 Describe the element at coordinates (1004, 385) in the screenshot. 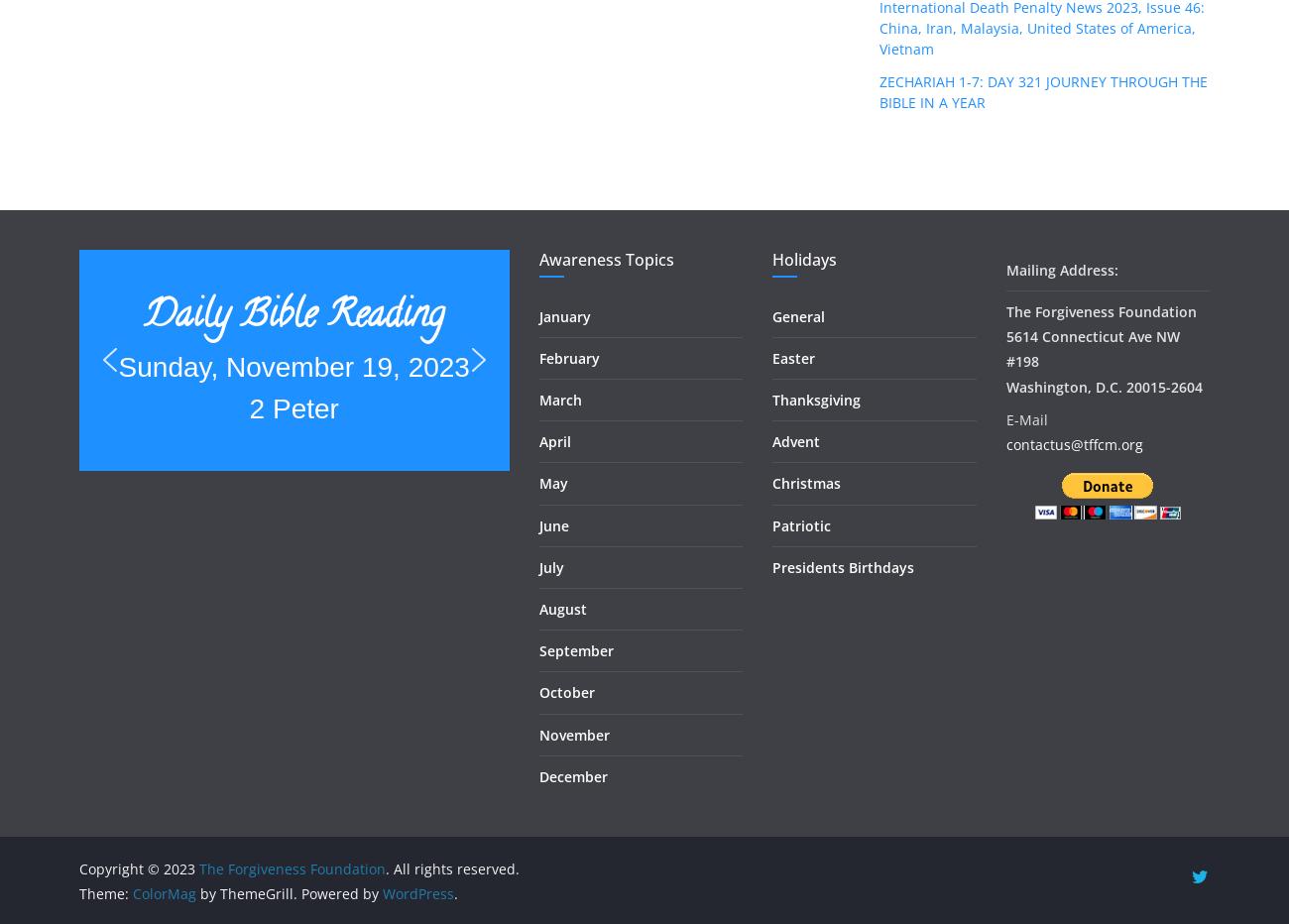

I see `'Washington, D.C. 20015-2604'` at that location.